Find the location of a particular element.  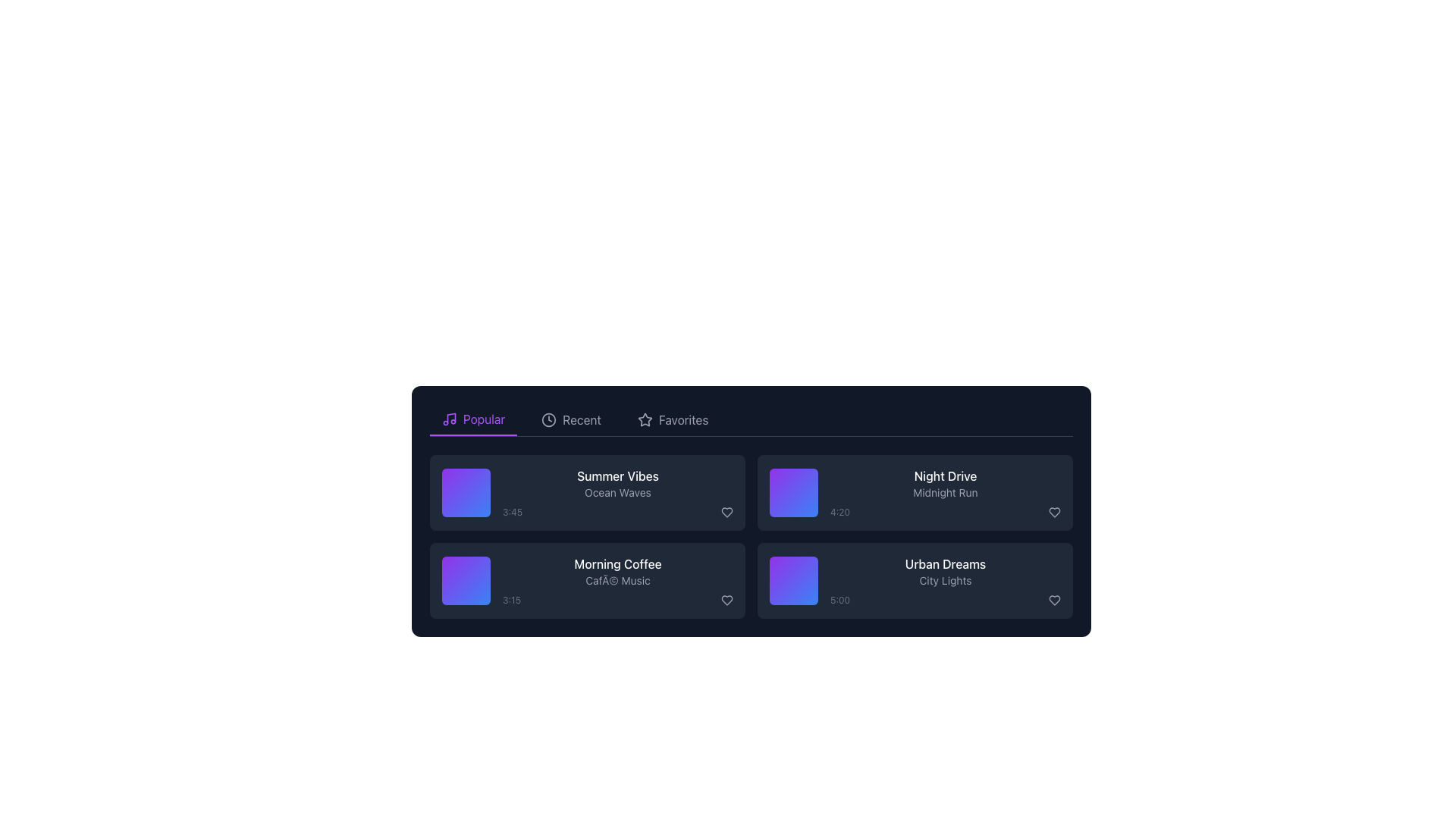

the Display card containing the texts 'Urban Dreams', 'City Lights', and '5:00', located in the bottom row of the right column of a two-element grid is located at coordinates (945, 580).